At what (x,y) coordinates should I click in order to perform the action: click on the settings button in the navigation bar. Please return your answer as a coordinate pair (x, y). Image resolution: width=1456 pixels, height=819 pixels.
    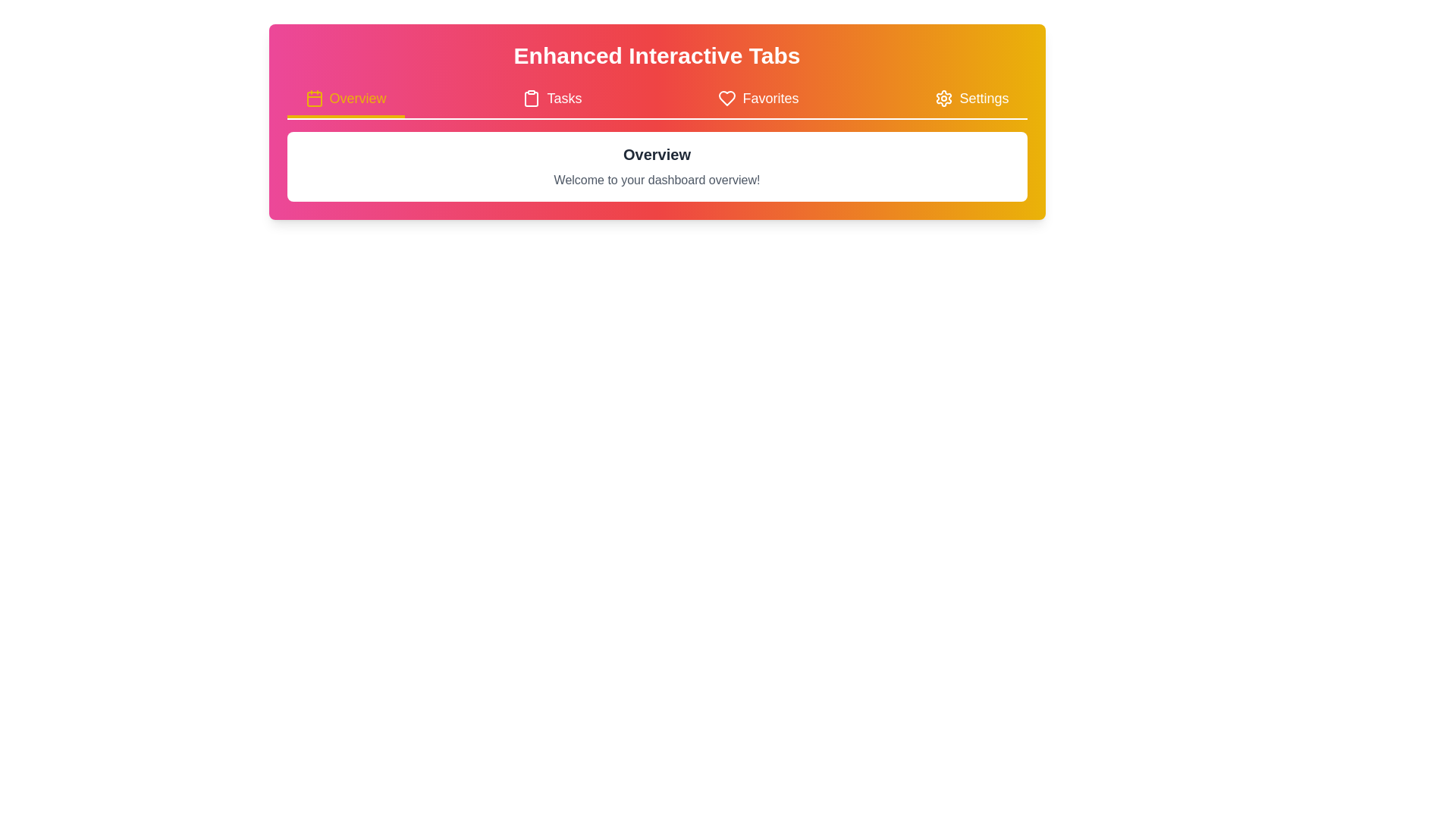
    Looking at the image, I should click on (971, 99).